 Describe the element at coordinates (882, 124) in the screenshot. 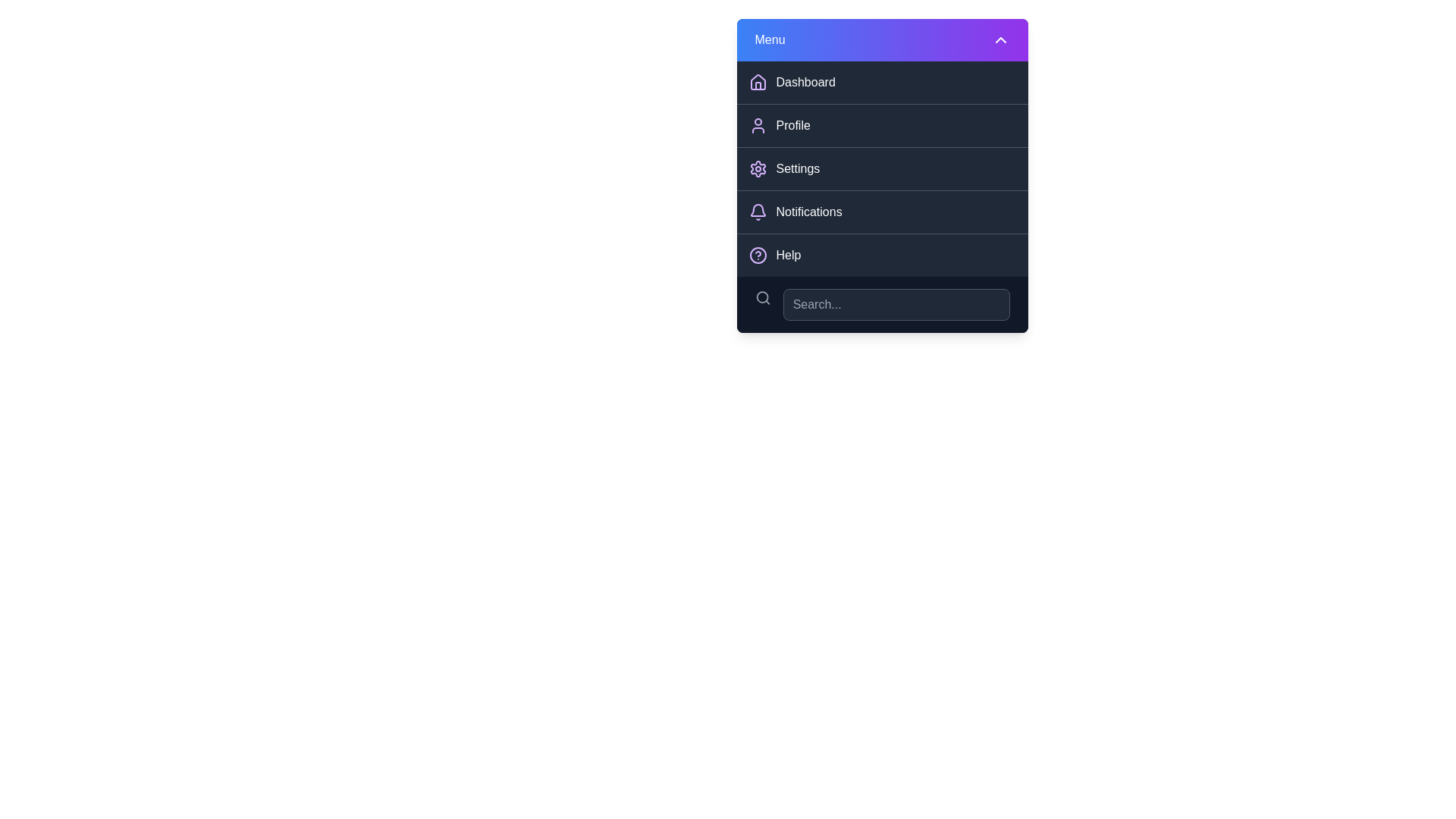

I see `the user profile button located in the side panel, which is the second item from the top` at that location.